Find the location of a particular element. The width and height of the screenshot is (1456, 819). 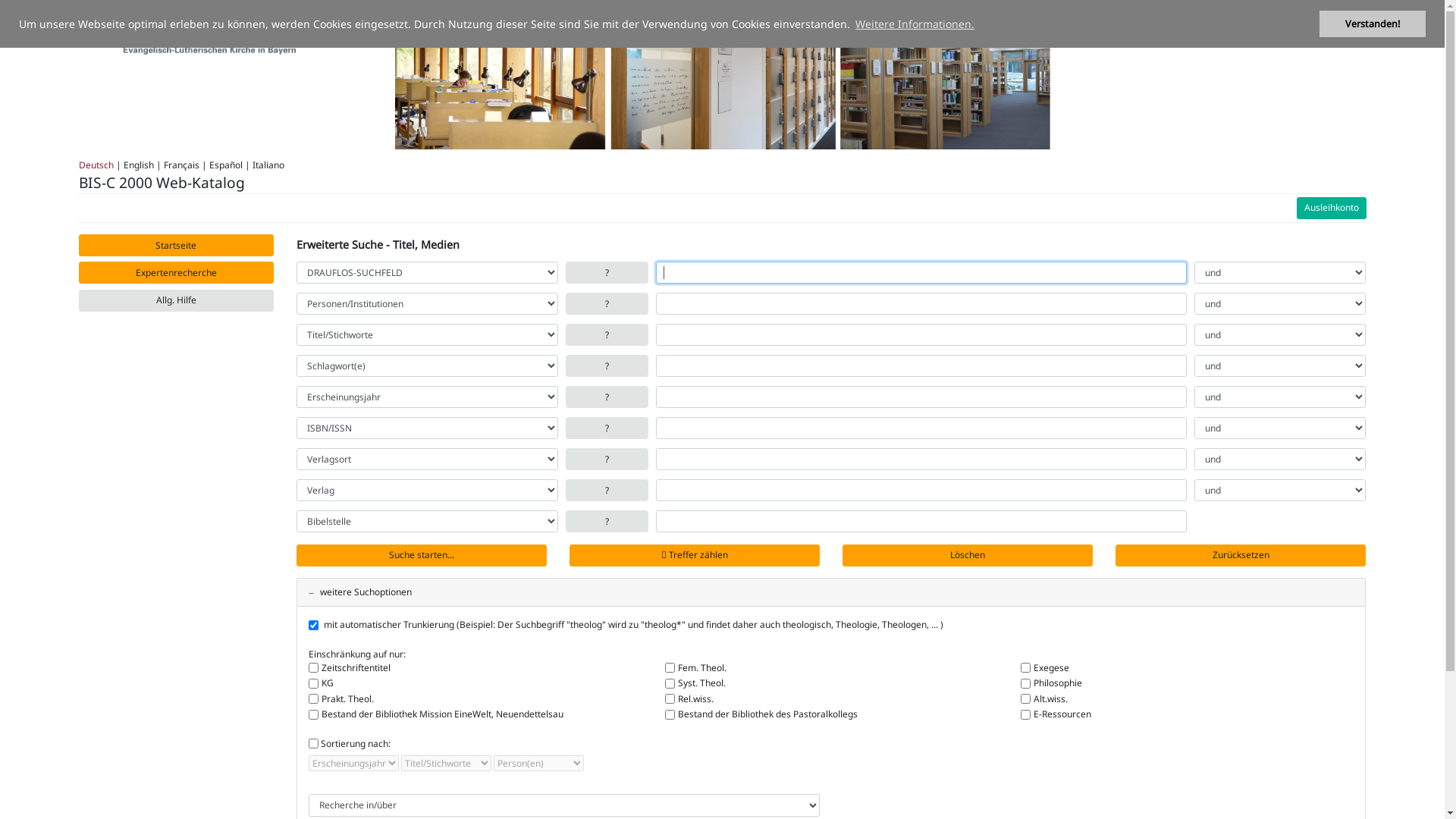

'Weitere Informationen.' is located at coordinates (914, 24).